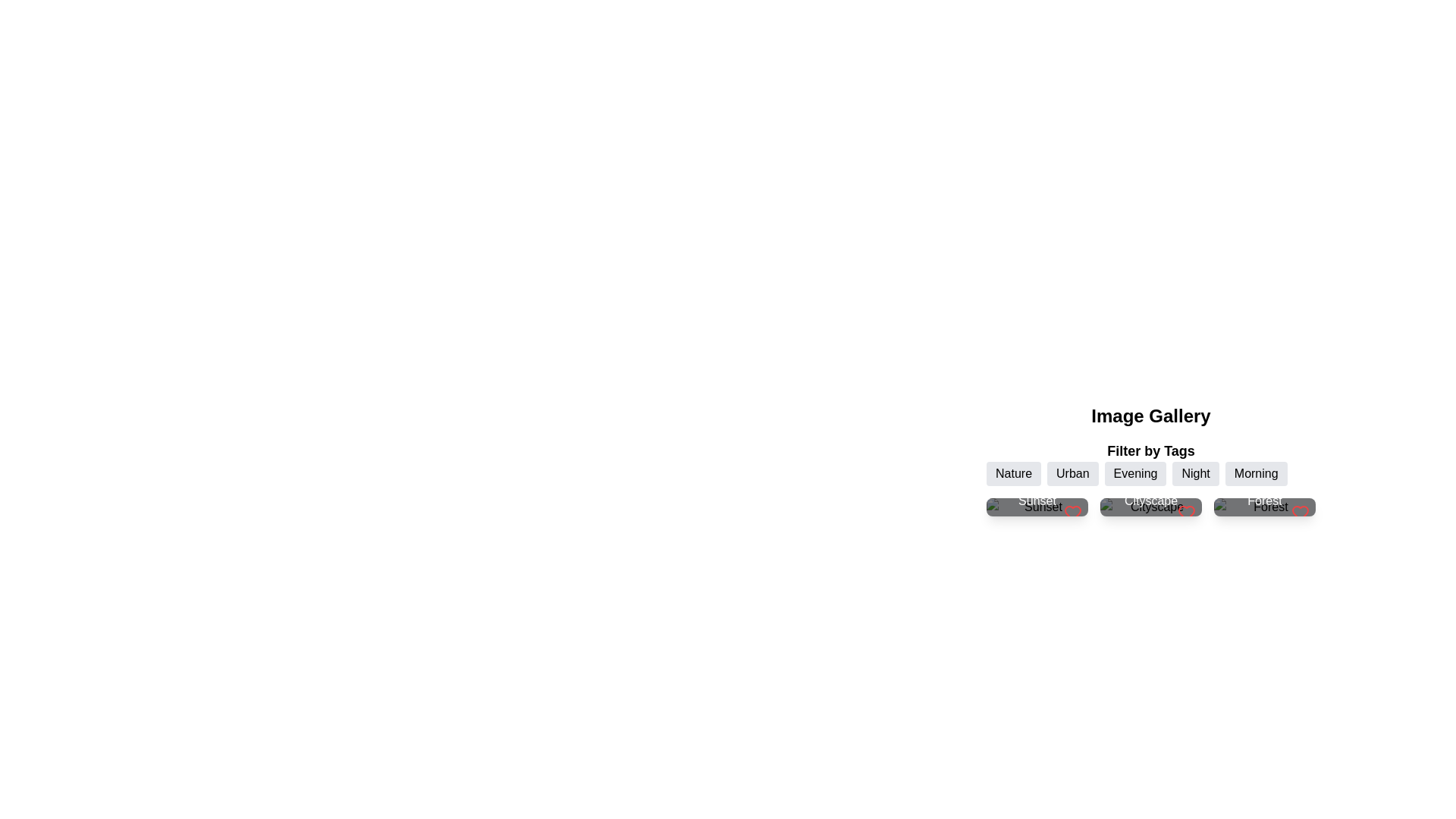  Describe the element at coordinates (1265, 500) in the screenshot. I see `the text label displaying the word 'Forest' which is positioned on a semi-transparent black background at the bottom of a rectangular image thumbnail` at that location.